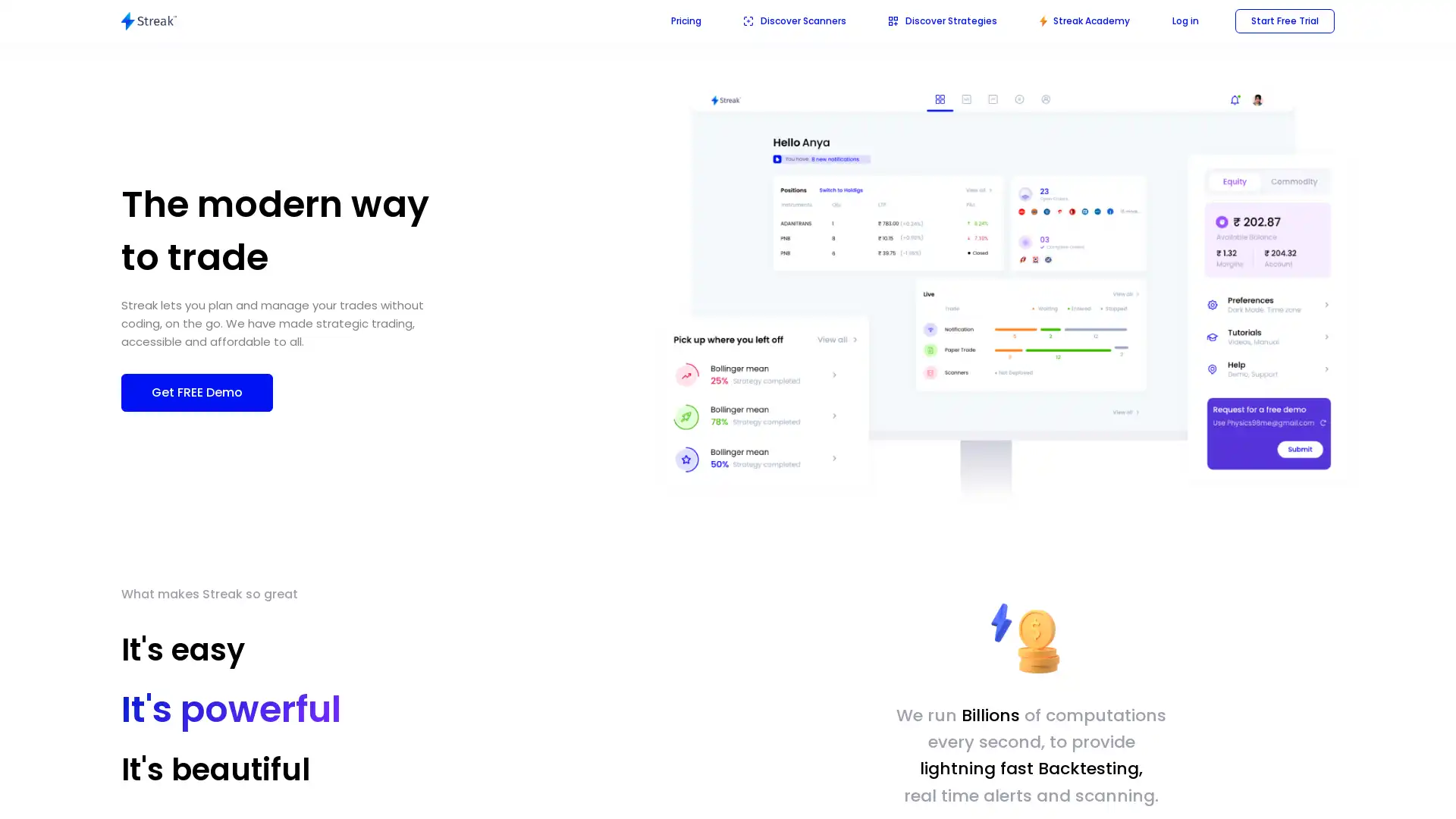 The image size is (1456, 819). What do you see at coordinates (232, 764) in the screenshot?
I see `It's beautiful` at bounding box center [232, 764].